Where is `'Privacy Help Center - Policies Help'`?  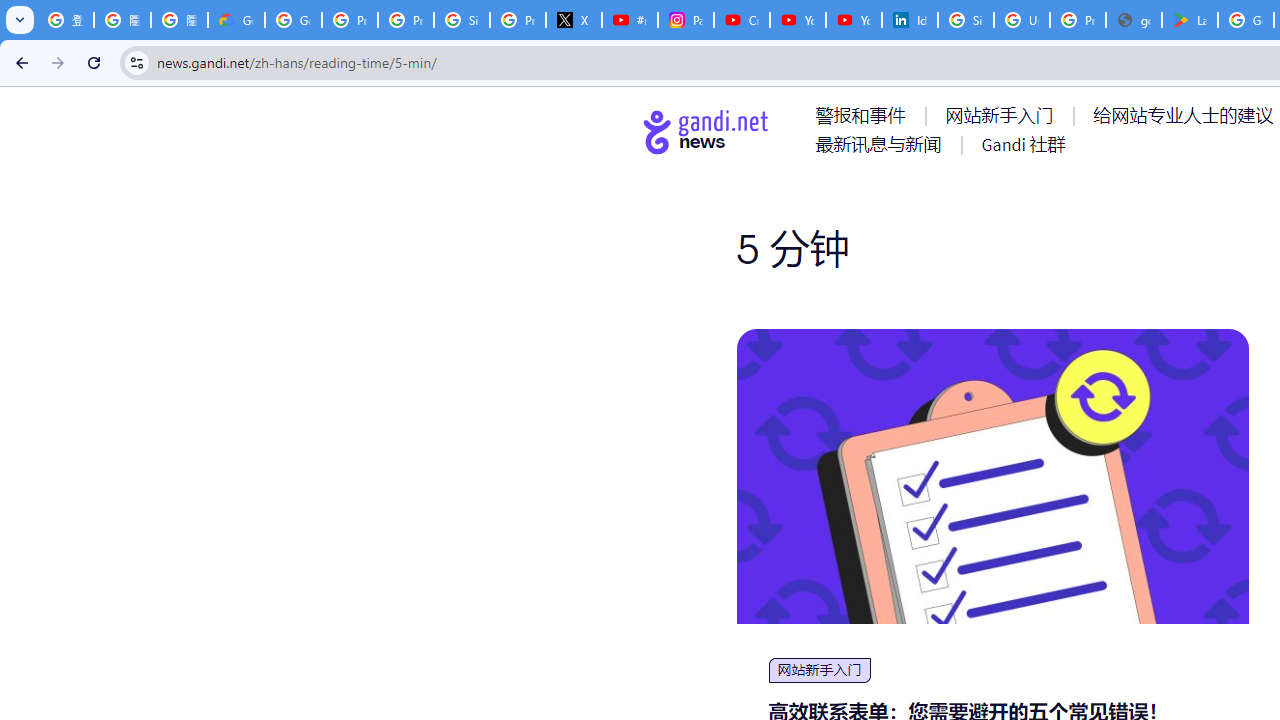 'Privacy Help Center - Policies Help' is located at coordinates (350, 20).